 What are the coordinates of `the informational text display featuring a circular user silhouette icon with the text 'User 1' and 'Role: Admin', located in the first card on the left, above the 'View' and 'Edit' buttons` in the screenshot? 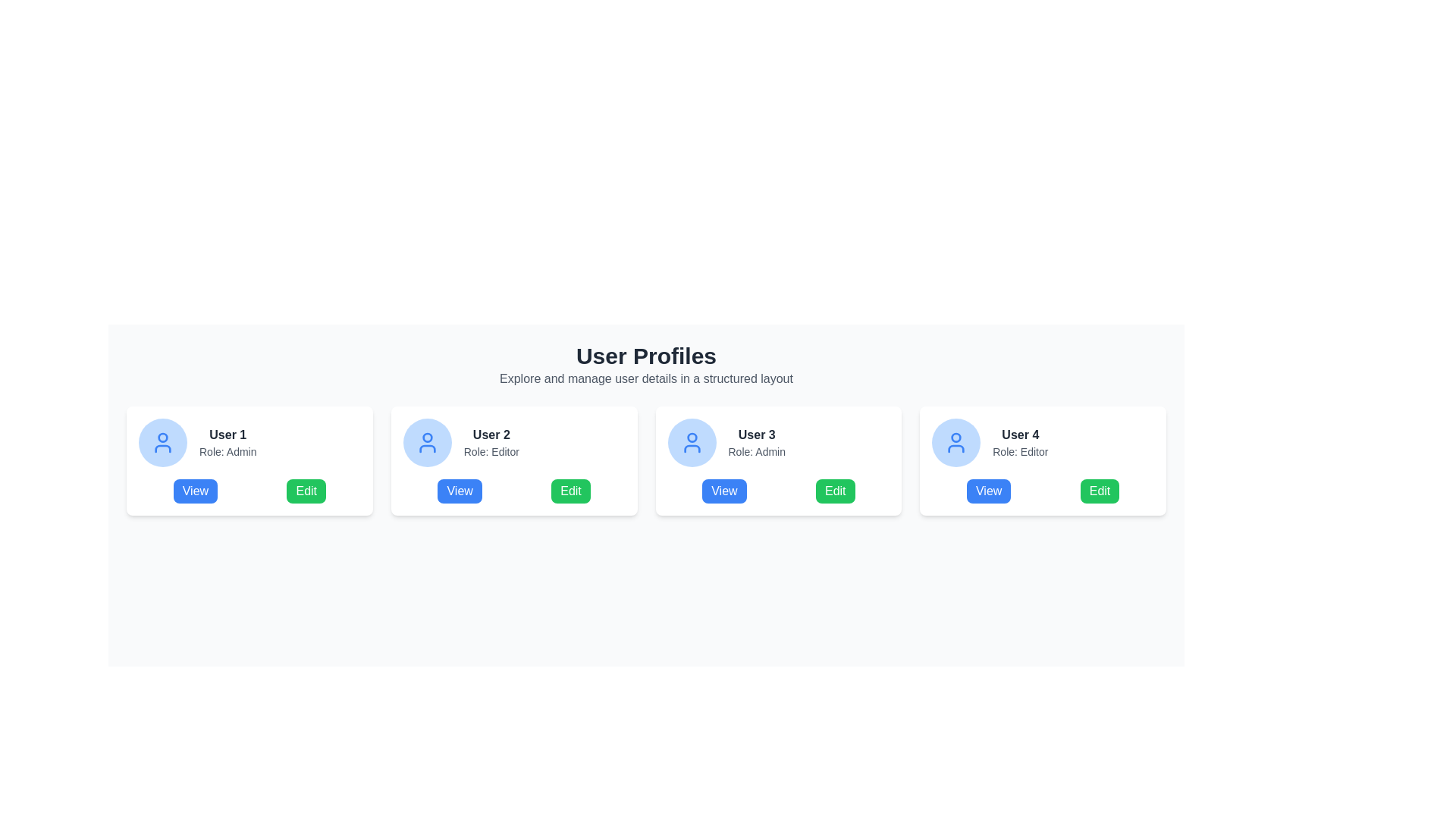 It's located at (249, 442).